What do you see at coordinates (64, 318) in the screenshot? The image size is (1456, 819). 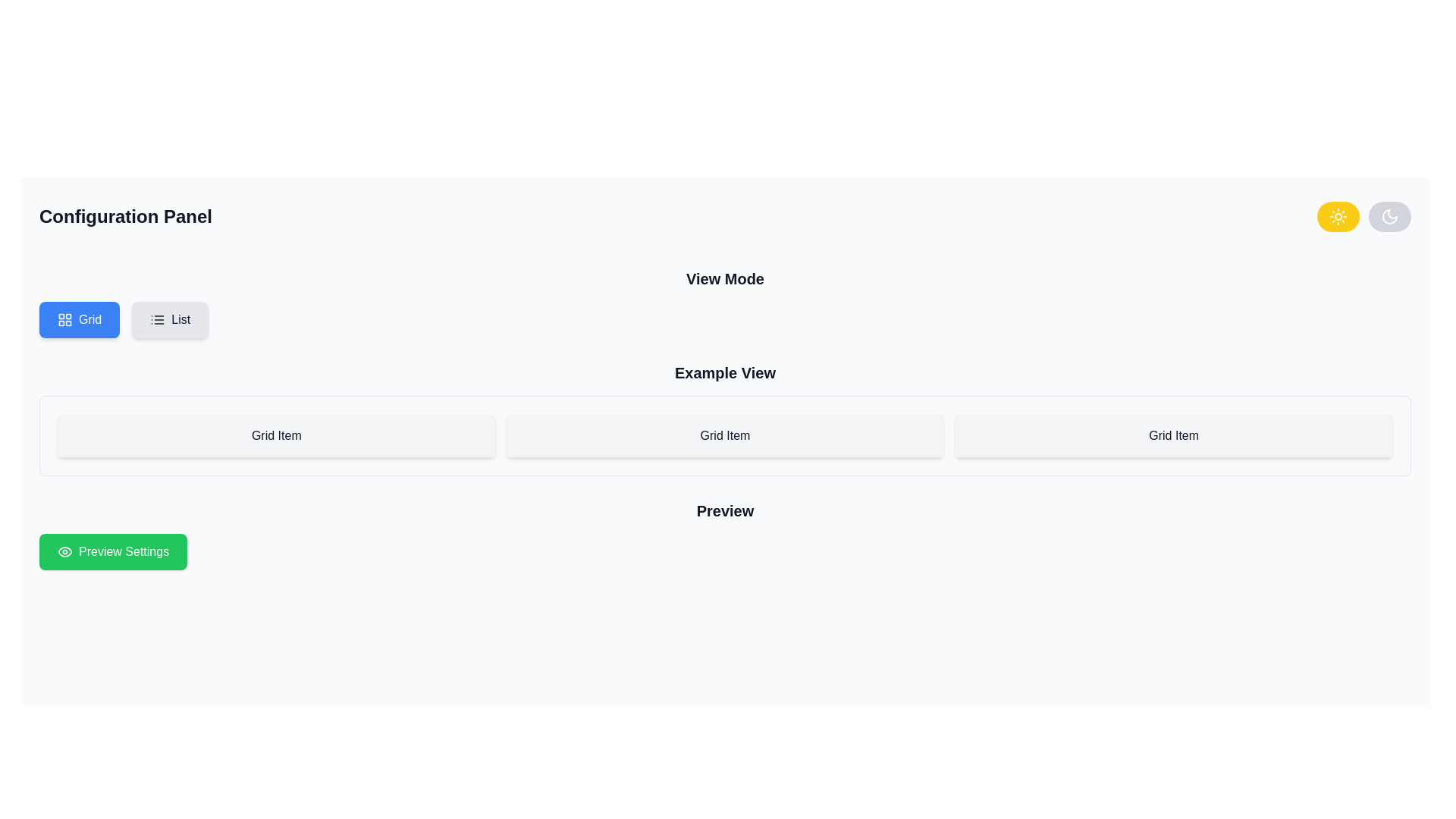 I see `the grid icon, which is a 2x2 layout of four small square cells with rounded corners, located on the blue 'Grid' button` at bounding box center [64, 318].